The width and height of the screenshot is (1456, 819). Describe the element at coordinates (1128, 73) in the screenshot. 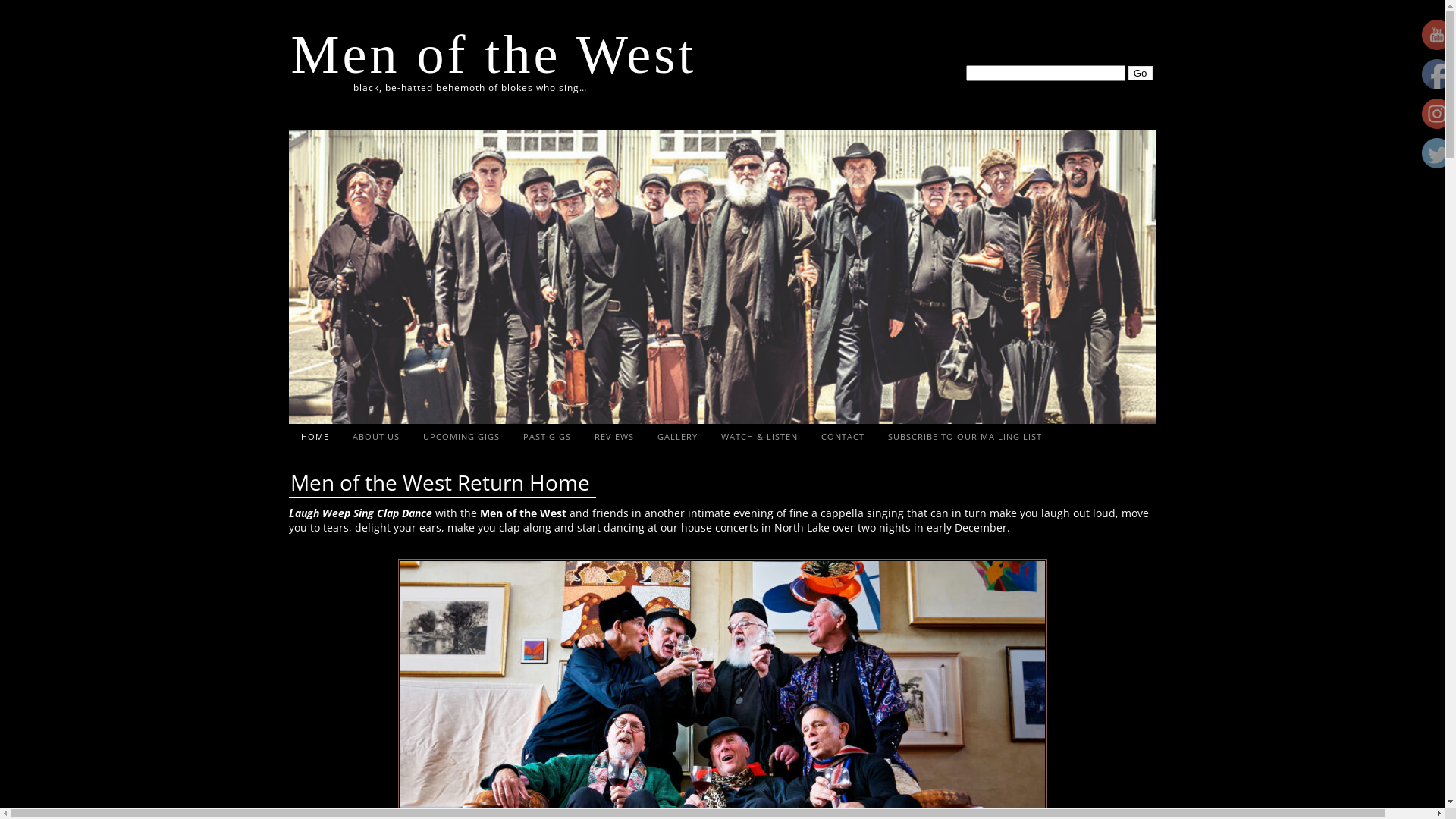

I see `'Go'` at that location.